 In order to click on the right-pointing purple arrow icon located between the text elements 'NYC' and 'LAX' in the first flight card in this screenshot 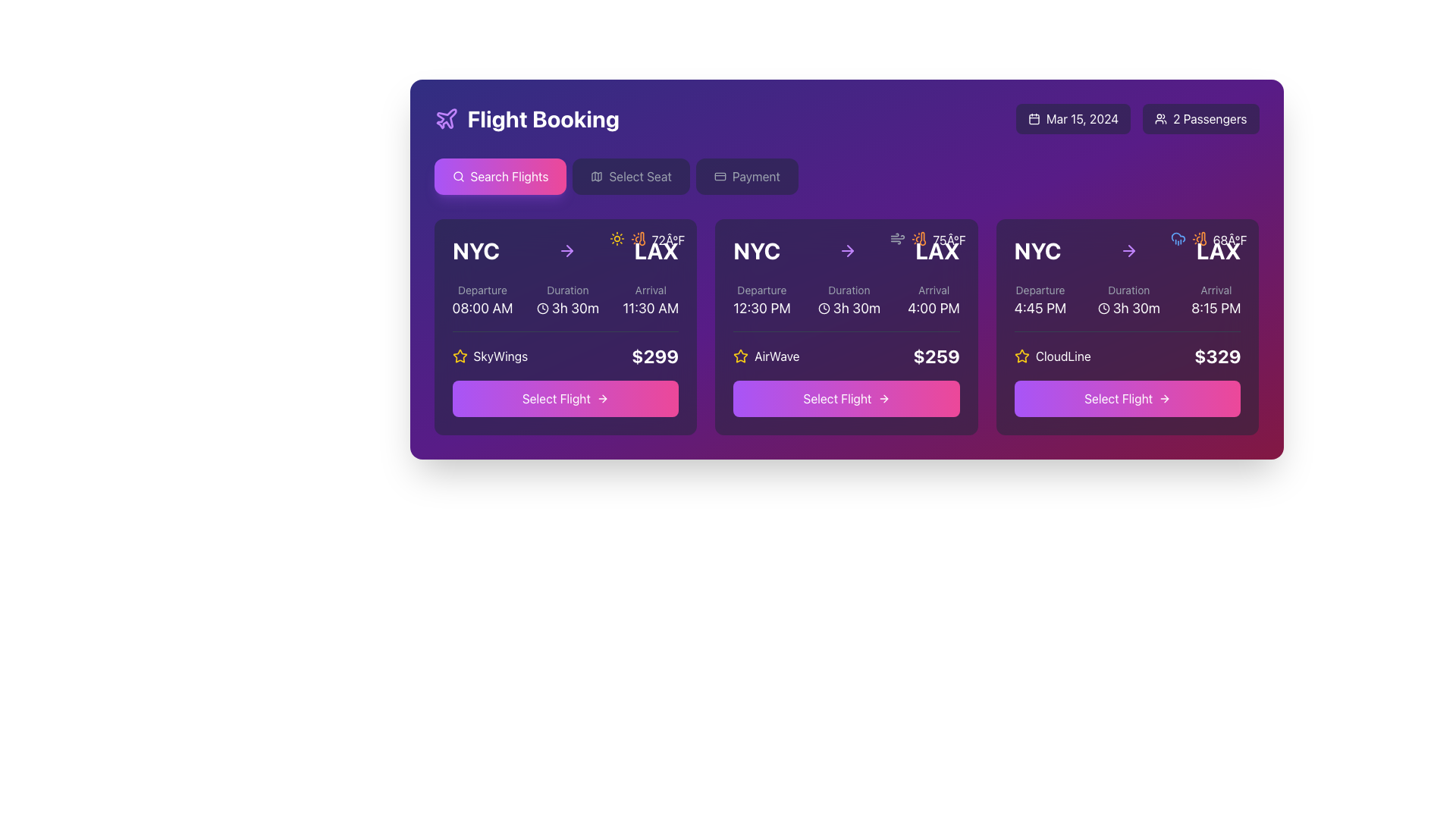, I will do `click(566, 250)`.